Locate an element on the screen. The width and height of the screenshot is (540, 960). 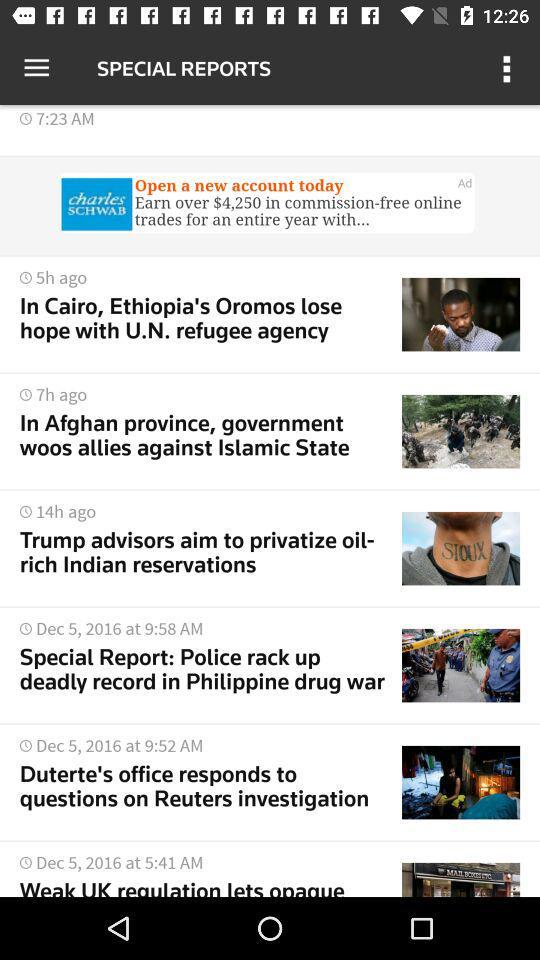
share link opttion is located at coordinates (270, 205).